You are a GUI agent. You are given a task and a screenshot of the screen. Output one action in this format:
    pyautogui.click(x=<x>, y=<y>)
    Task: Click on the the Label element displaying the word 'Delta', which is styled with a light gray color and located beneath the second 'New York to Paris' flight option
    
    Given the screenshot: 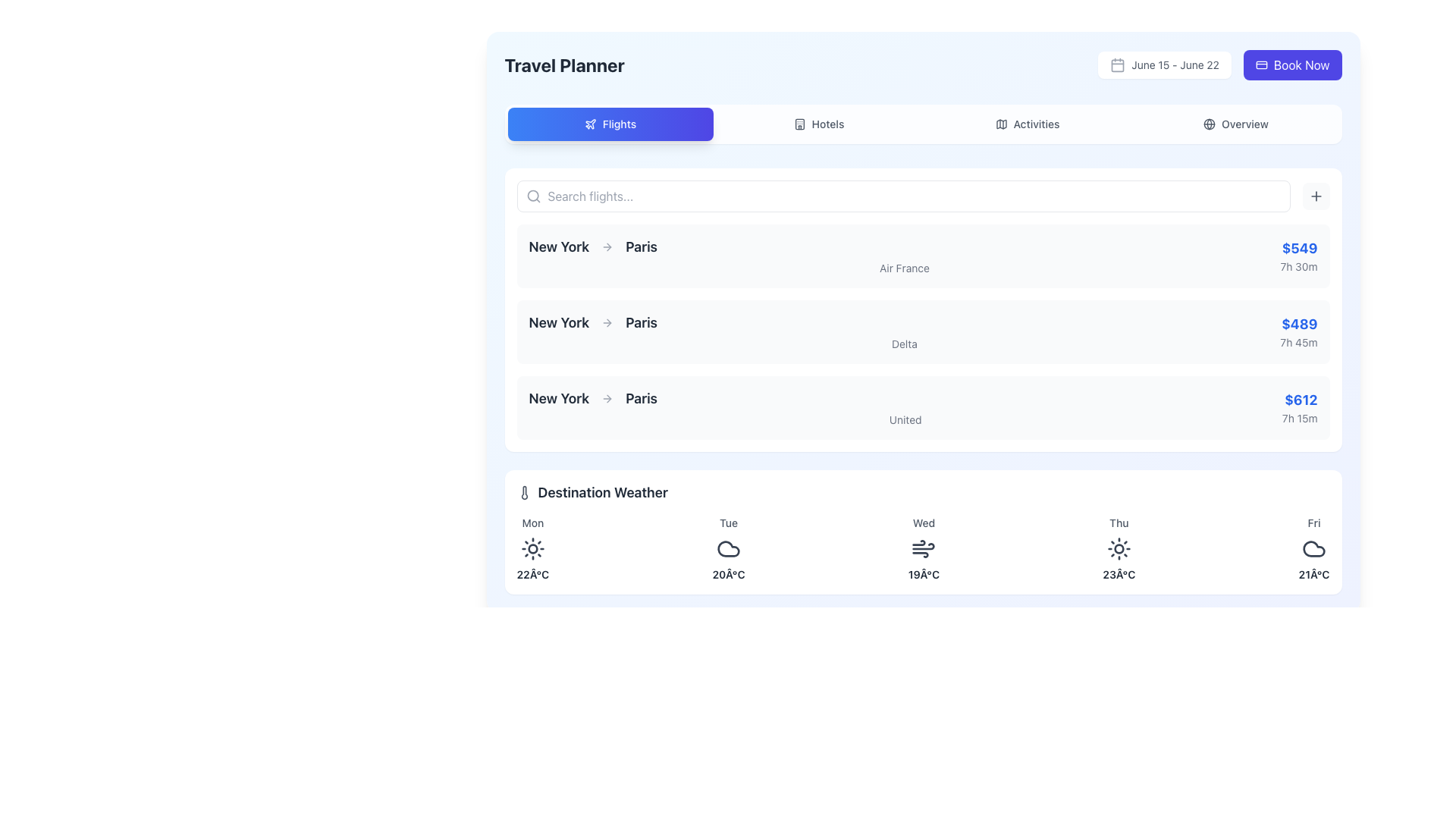 What is the action you would take?
    pyautogui.click(x=904, y=344)
    